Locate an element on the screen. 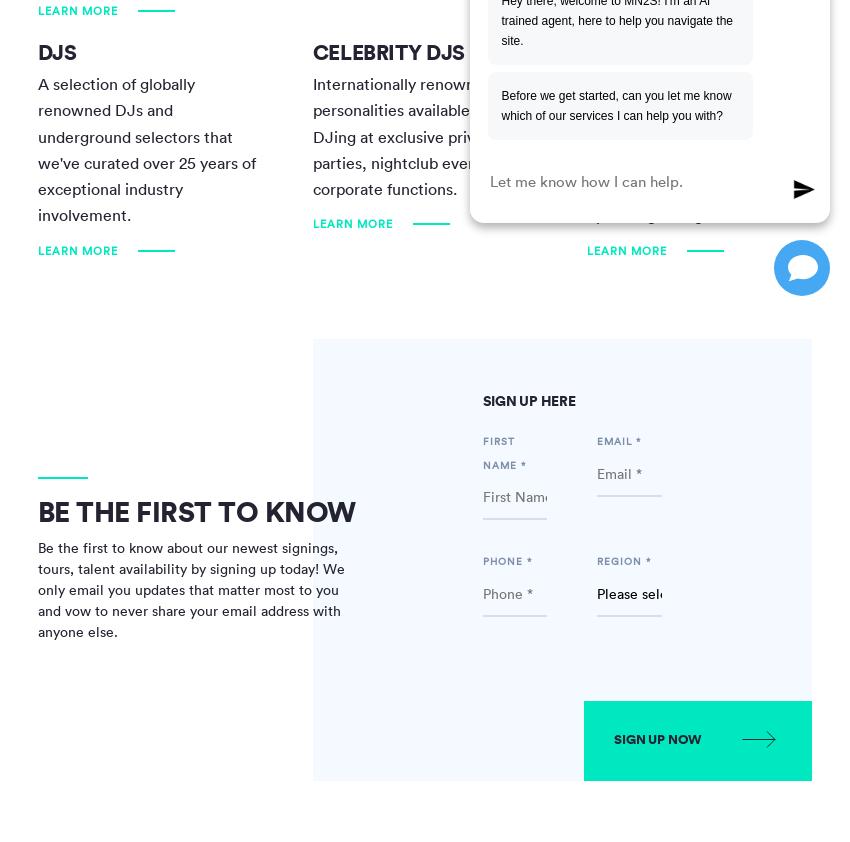 This screenshot has height=842, width=850. 'DJs' is located at coordinates (56, 50).